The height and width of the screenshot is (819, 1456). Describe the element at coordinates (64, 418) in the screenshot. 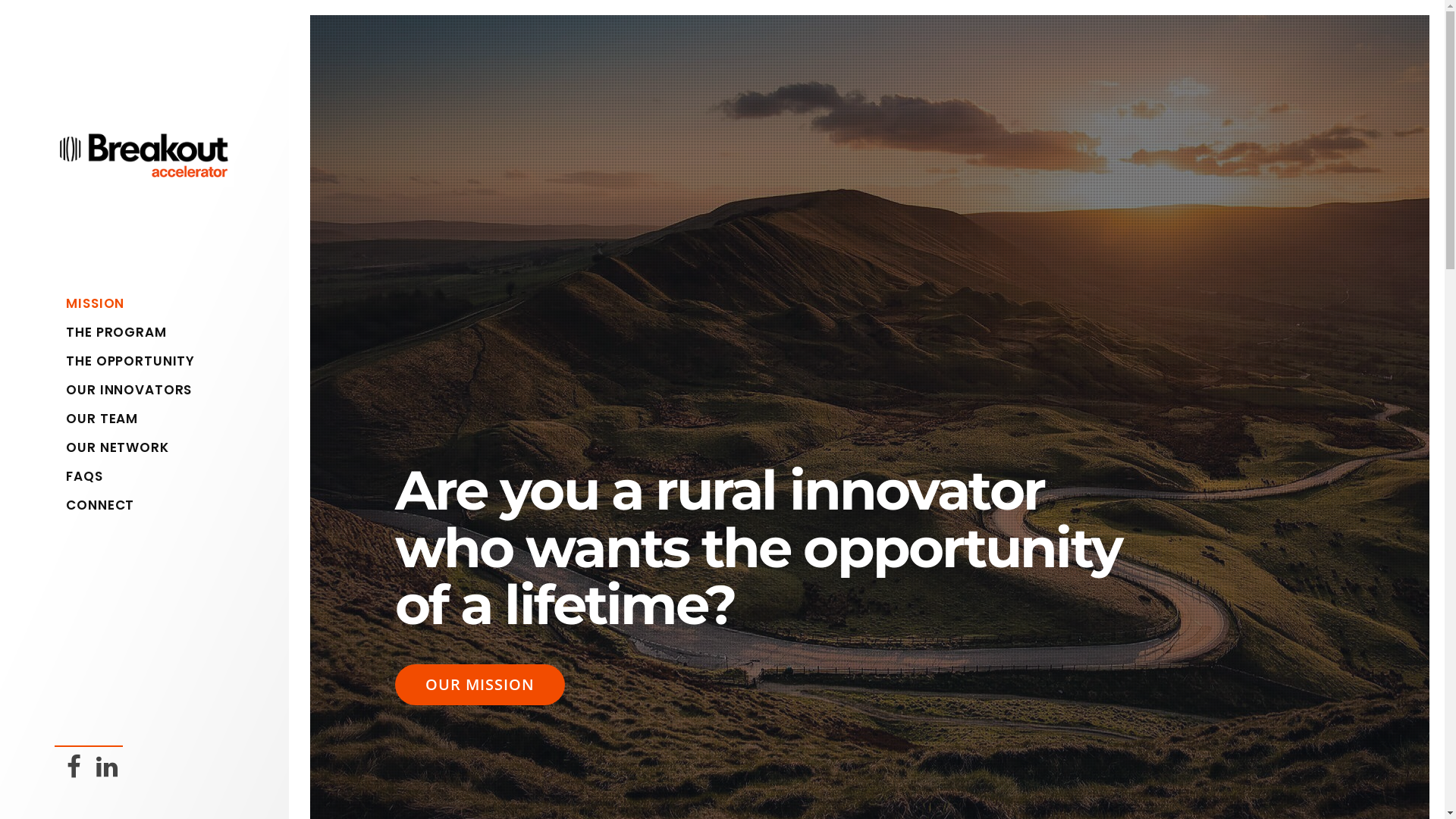

I see `'OUR TEAM'` at that location.